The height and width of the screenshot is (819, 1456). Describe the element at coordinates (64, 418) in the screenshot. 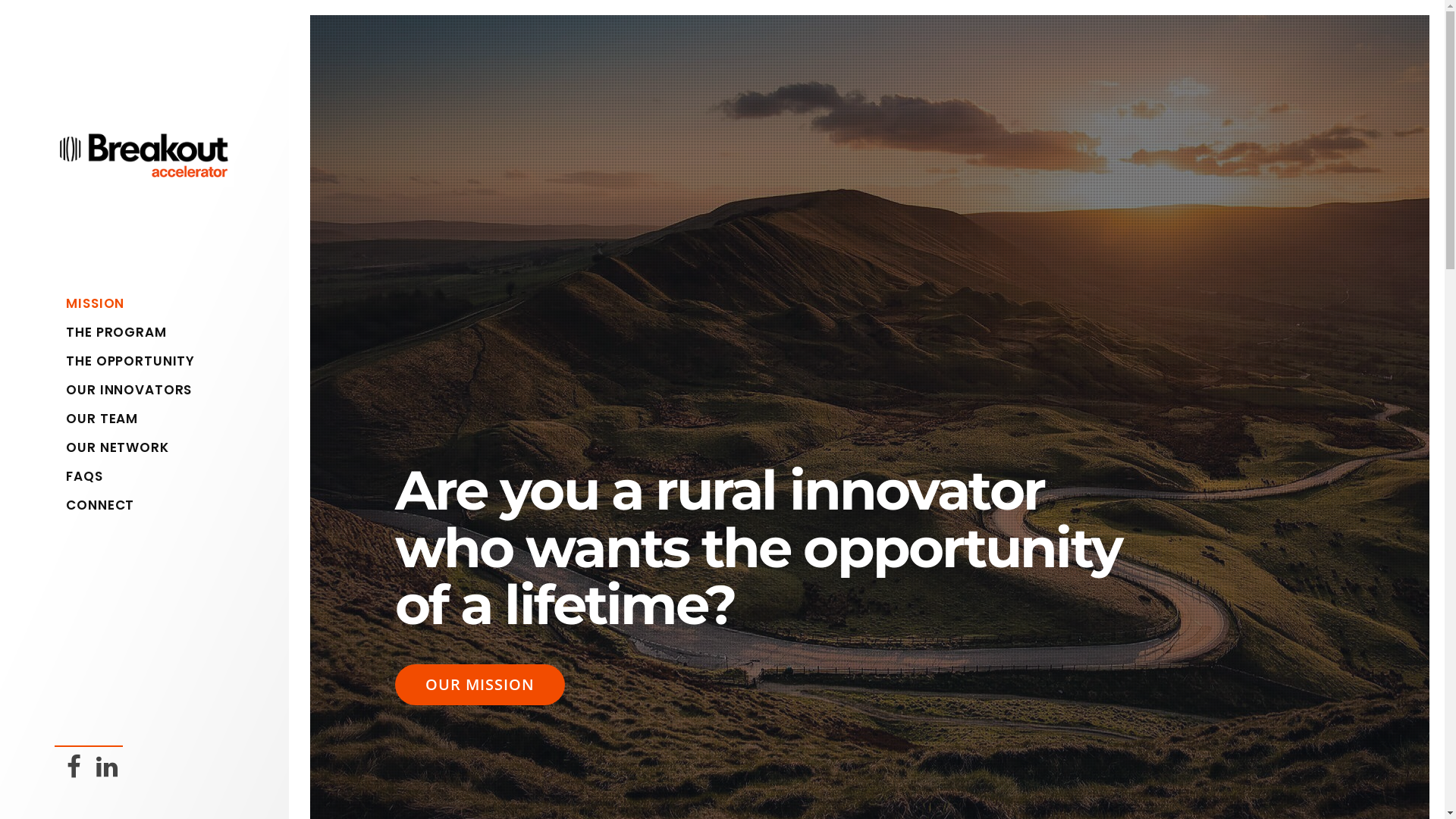

I see `'OUR TEAM'` at that location.